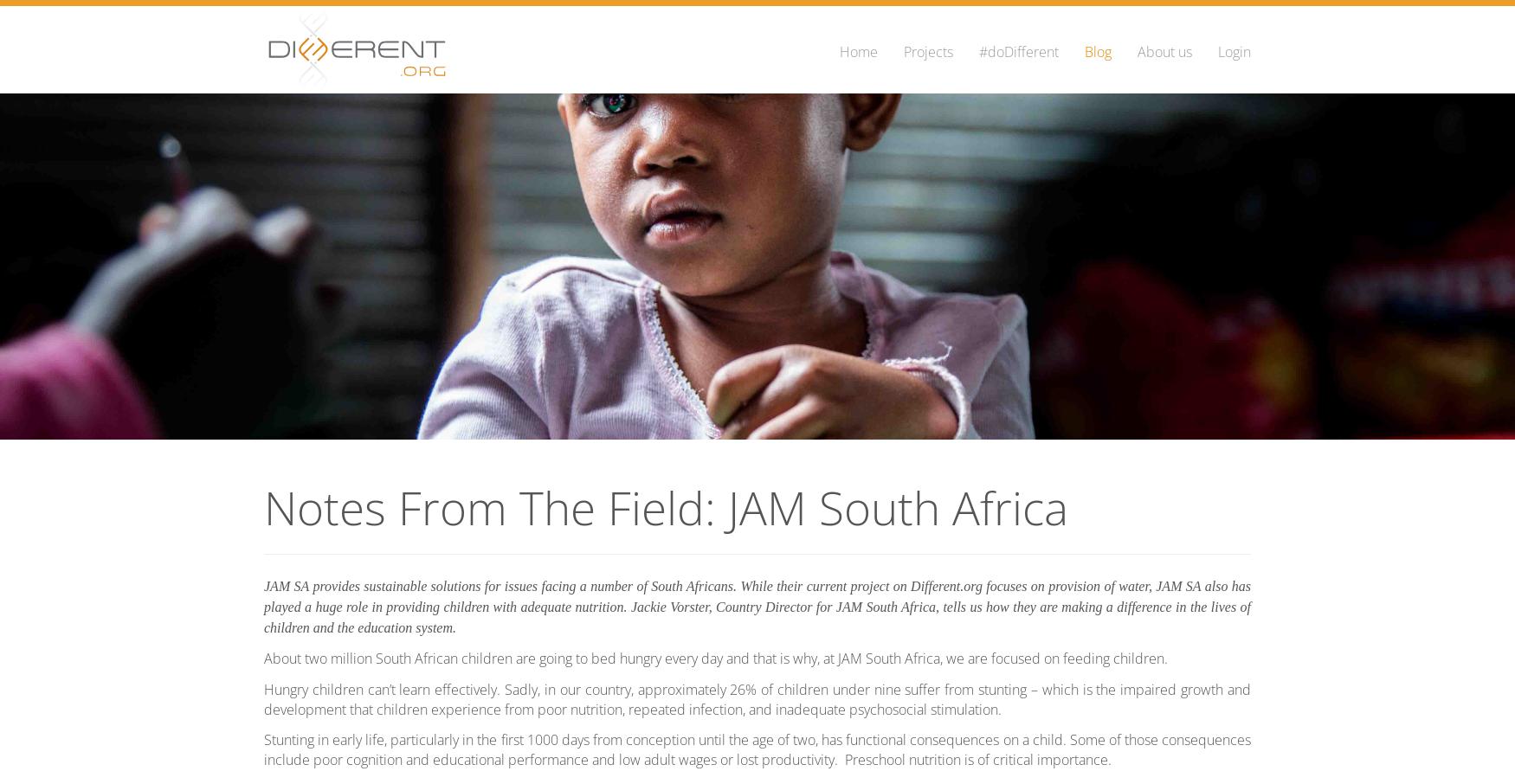 The width and height of the screenshot is (1515, 784). Describe the element at coordinates (757, 606) in the screenshot. I see `'JAM SA provides sustainable solutions for issues facing a number of South Africans. While their current project on Different.org focuses on provision of water, JAM SA also has played a huge role in providing children with adequate nutrition. Jackie Vorster, Country Director for JAM South Africa, tells us how they are making a difference in the lives of children and the education system.'` at that location.